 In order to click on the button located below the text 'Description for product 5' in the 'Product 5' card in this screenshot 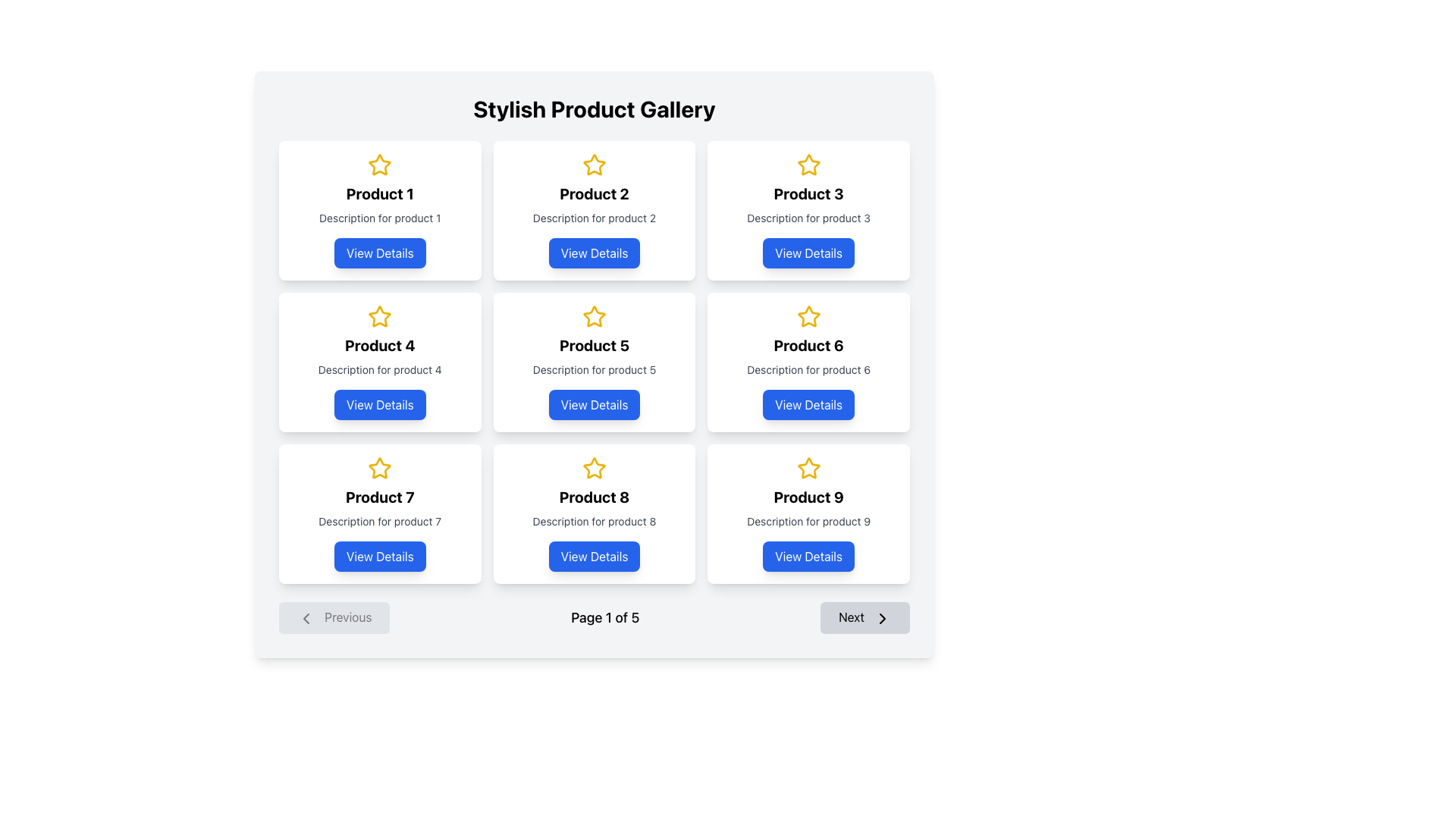, I will do `click(593, 403)`.